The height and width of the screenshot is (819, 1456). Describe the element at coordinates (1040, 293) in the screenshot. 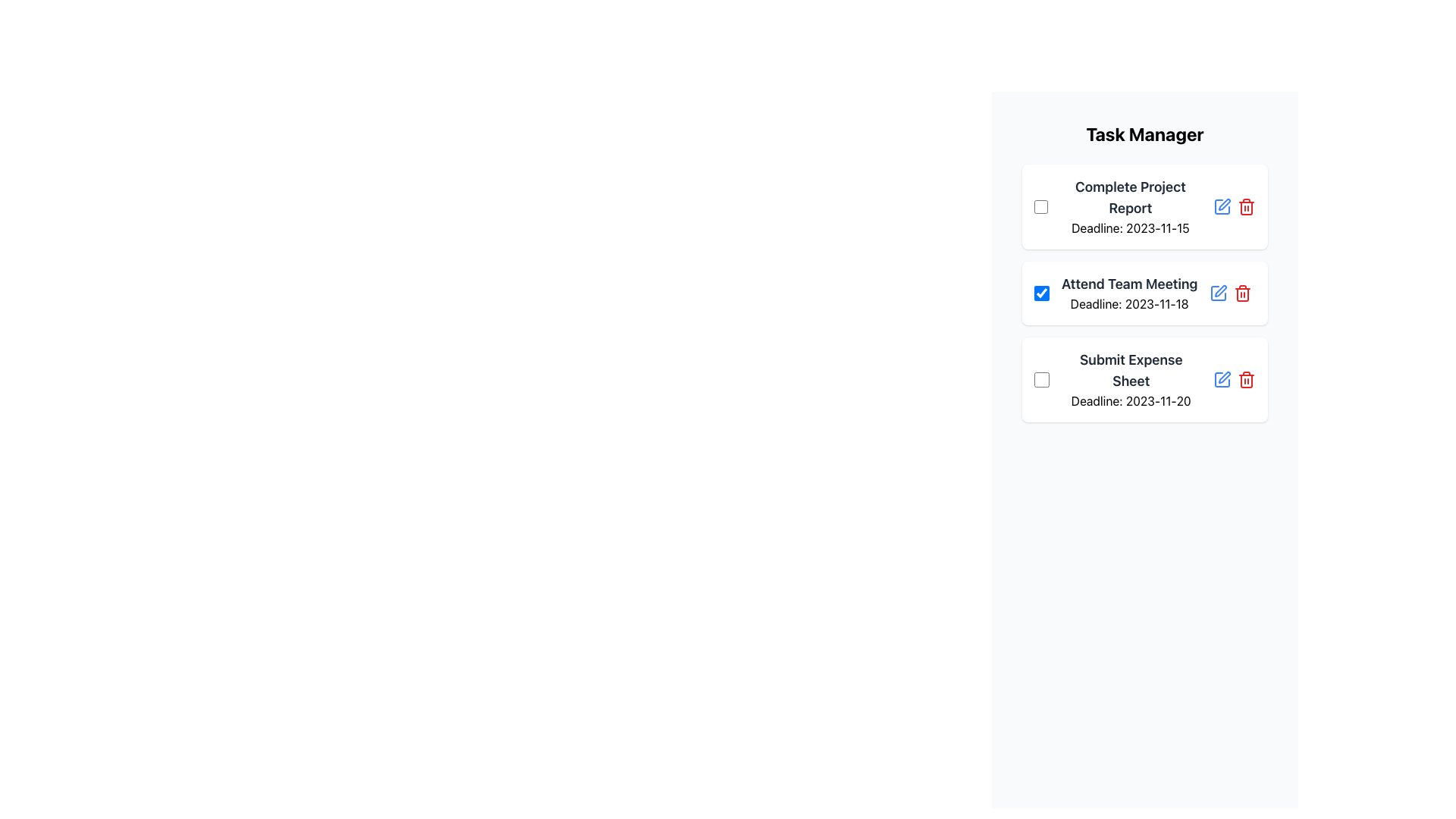

I see `the checkbox styled with a class of 'form-checkbox'` at that location.